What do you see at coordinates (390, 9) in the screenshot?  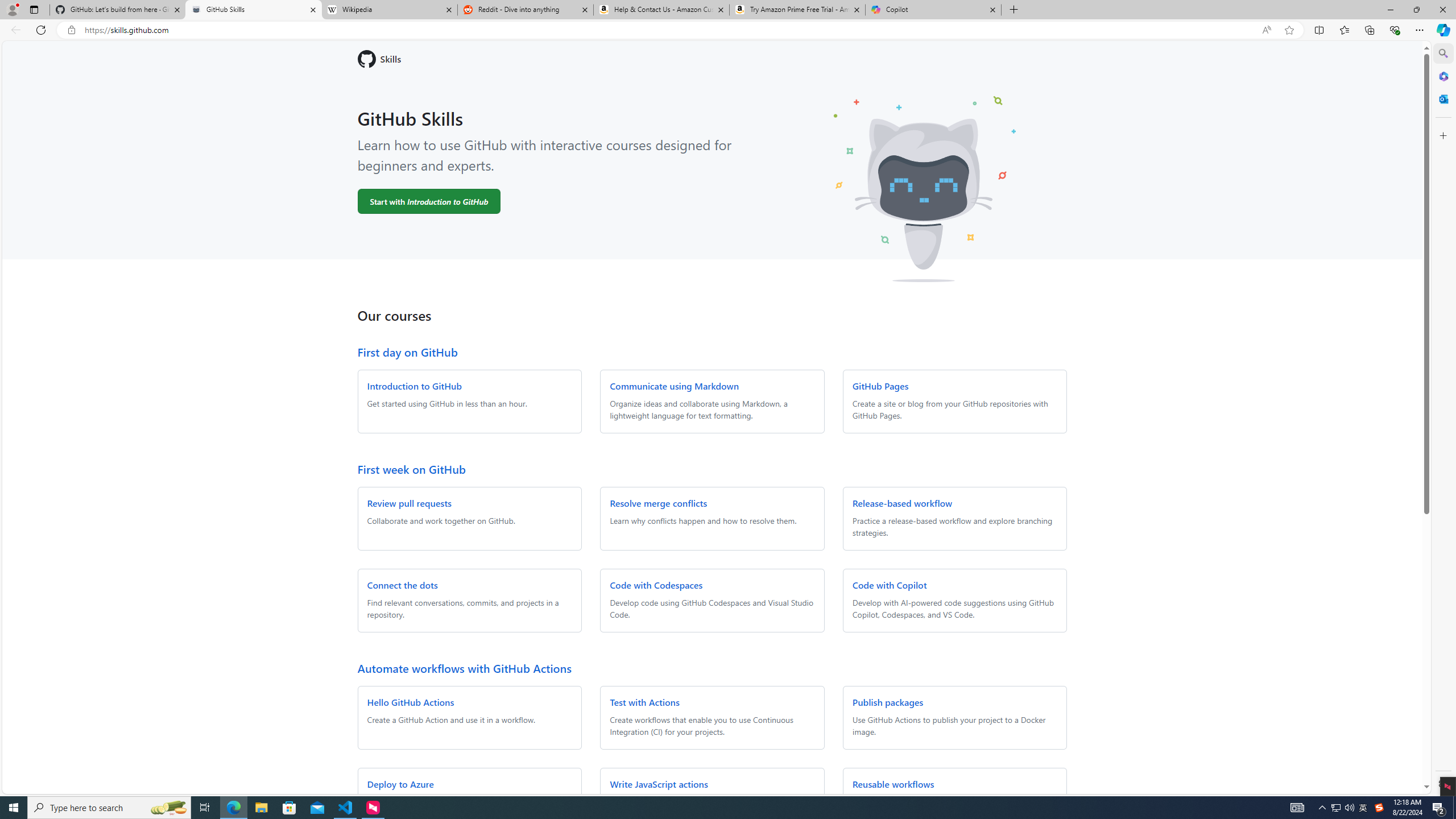 I see `'Wikipedia'` at bounding box center [390, 9].